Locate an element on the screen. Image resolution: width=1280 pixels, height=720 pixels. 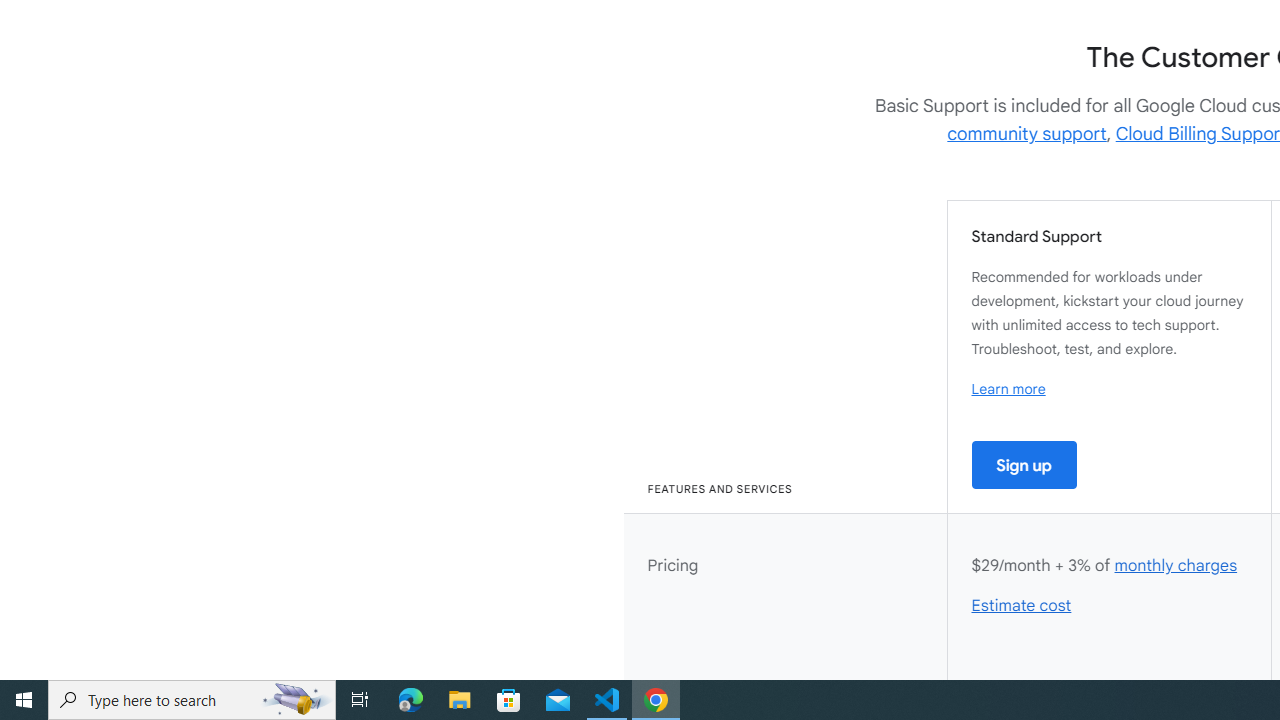
'Estimate cost' is located at coordinates (1022, 605).